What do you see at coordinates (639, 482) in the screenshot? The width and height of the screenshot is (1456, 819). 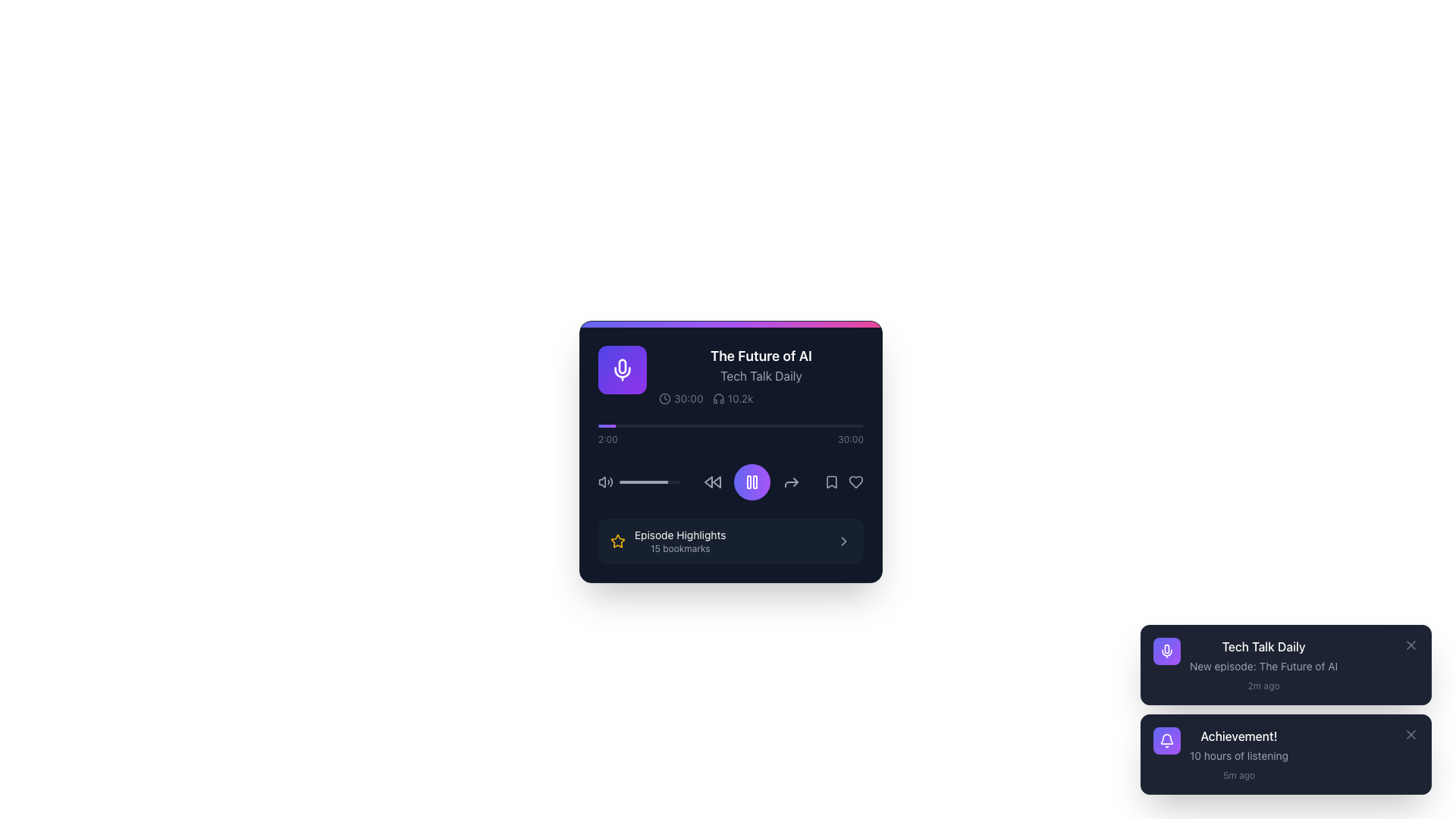 I see `the volume` at bounding box center [639, 482].